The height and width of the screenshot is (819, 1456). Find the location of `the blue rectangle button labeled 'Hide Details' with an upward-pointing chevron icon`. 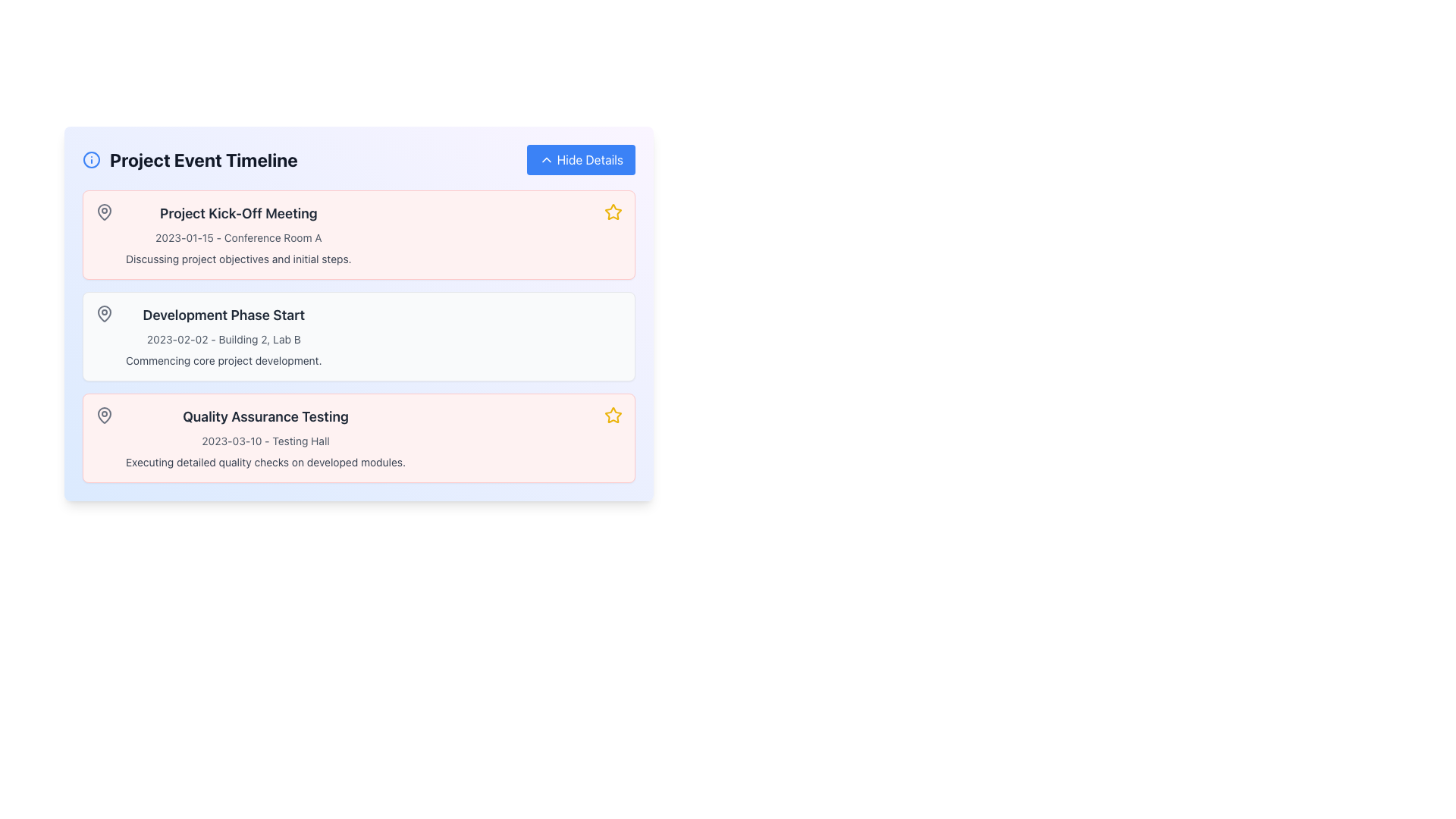

the blue rectangle button labeled 'Hide Details' with an upward-pointing chevron icon is located at coordinates (580, 160).